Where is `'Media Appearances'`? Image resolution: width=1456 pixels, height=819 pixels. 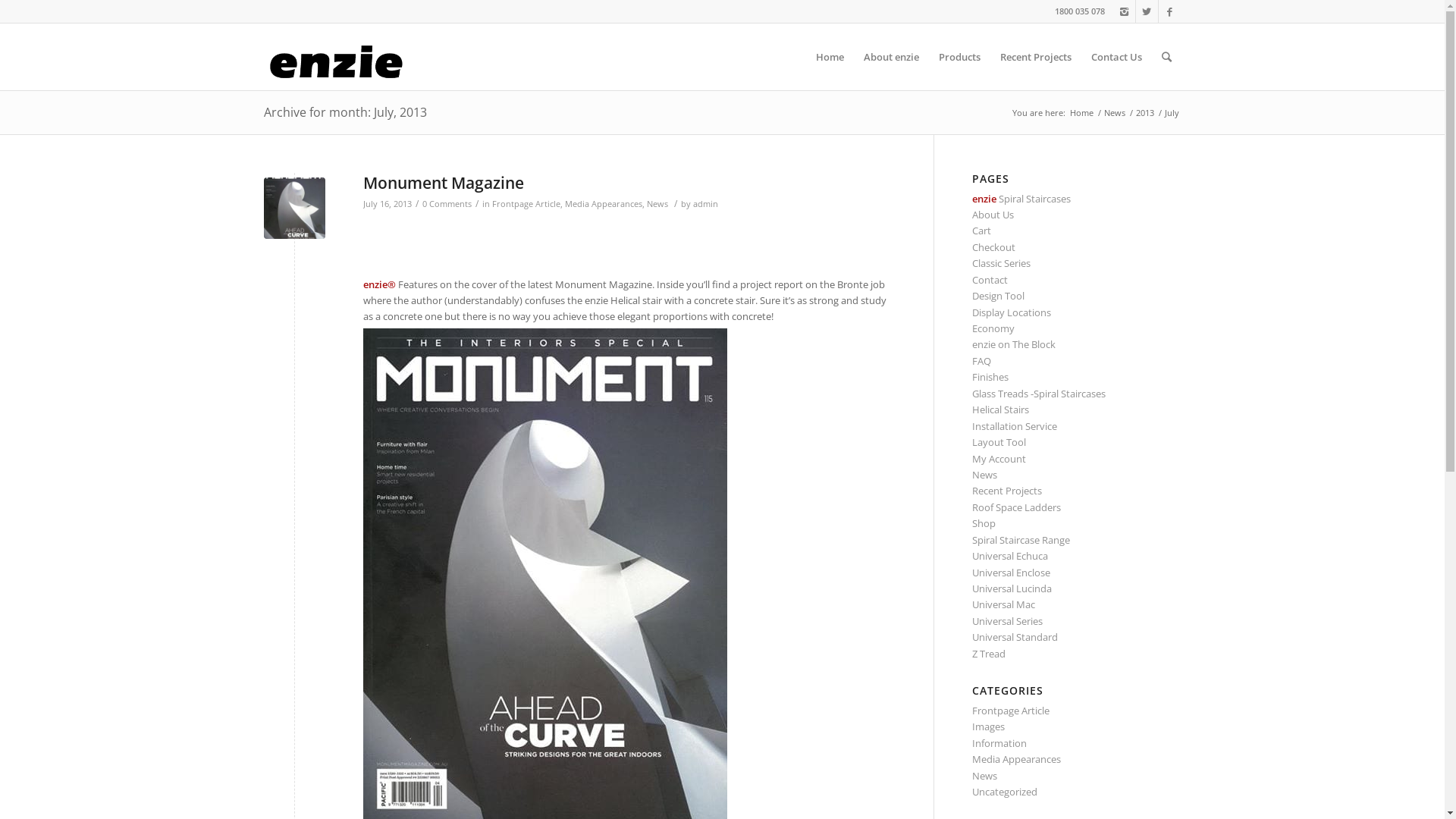 'Media Appearances' is located at coordinates (1016, 759).